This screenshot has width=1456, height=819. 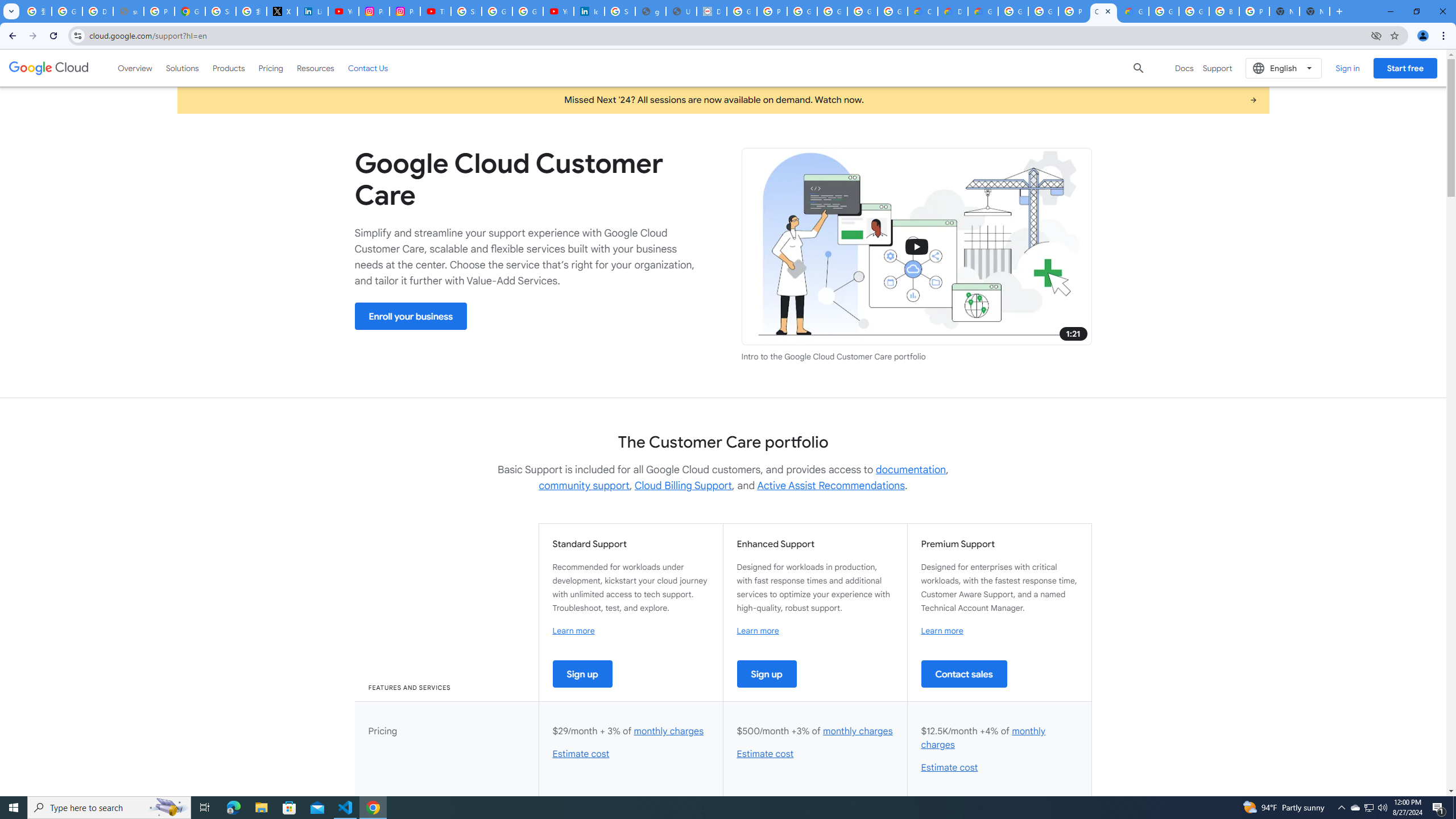 What do you see at coordinates (862, 11) in the screenshot?
I see `'Google Workspace - Specific Terms'` at bounding box center [862, 11].